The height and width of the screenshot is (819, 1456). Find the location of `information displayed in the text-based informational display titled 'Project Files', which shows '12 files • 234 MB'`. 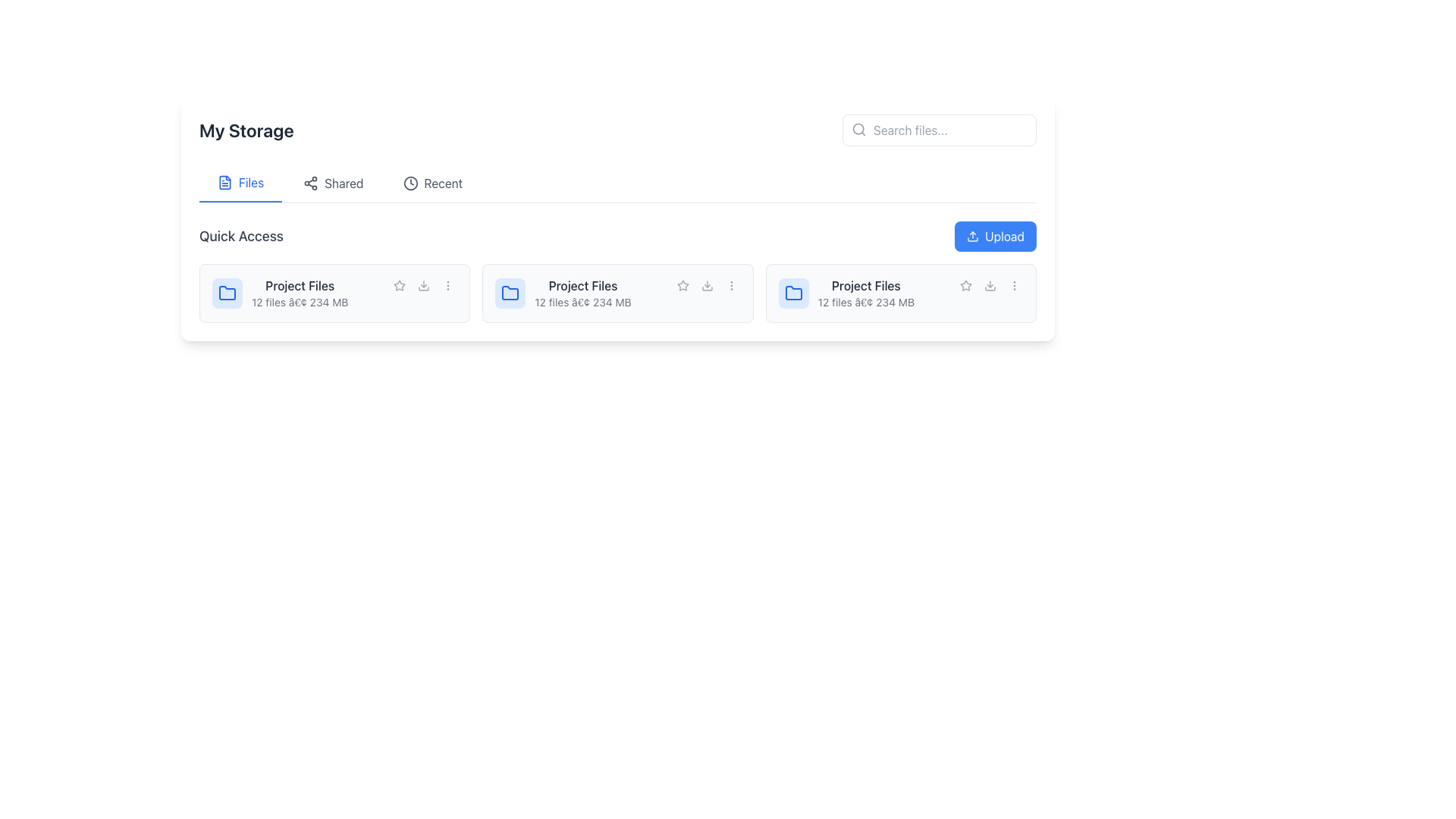

information displayed in the text-based informational display titled 'Project Files', which shows '12 files • 234 MB' is located at coordinates (582, 293).